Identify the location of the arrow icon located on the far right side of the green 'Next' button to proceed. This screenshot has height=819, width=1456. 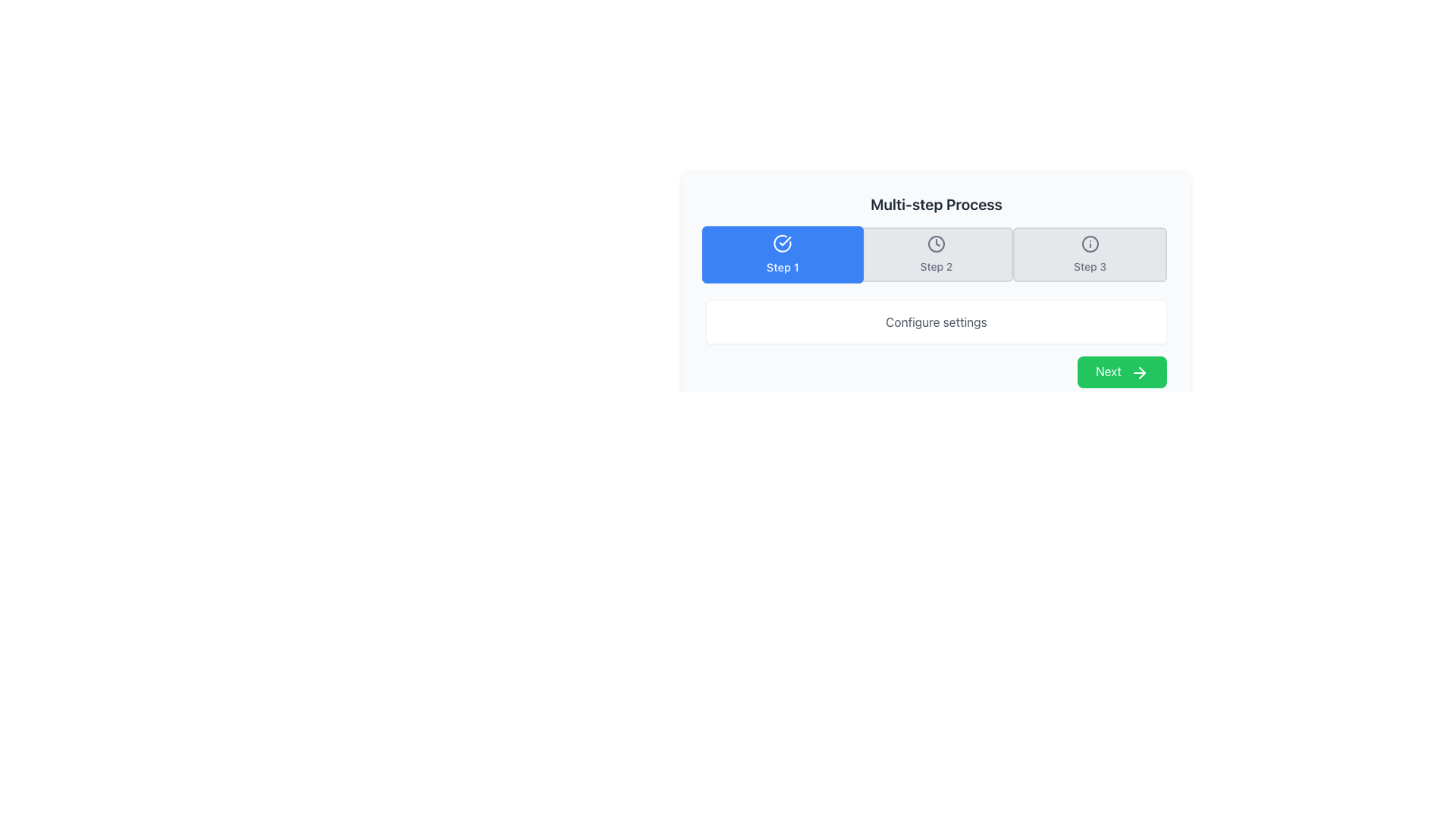
(1139, 372).